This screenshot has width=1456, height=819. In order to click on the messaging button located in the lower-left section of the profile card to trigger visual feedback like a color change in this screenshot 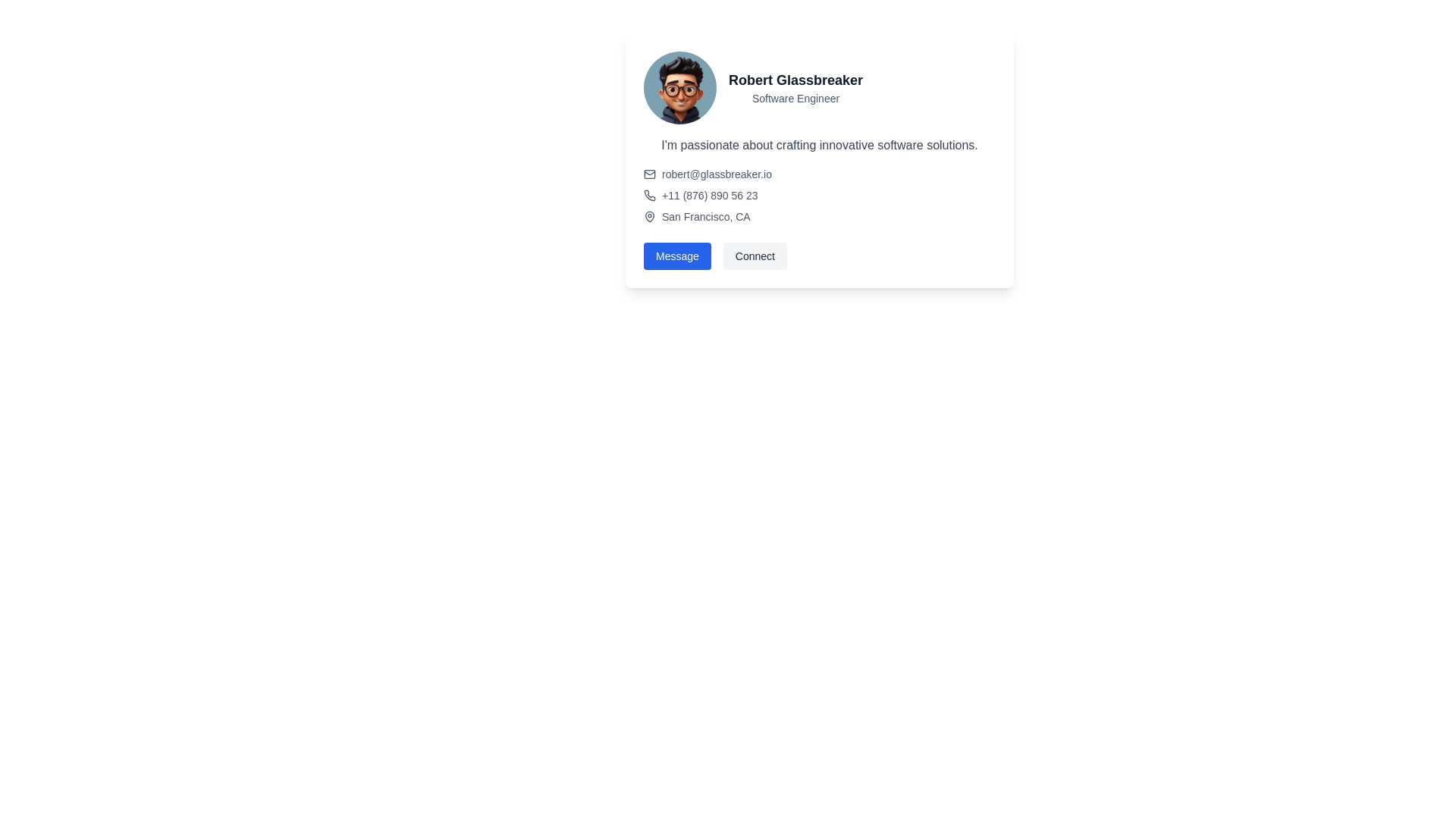, I will do `click(676, 256)`.